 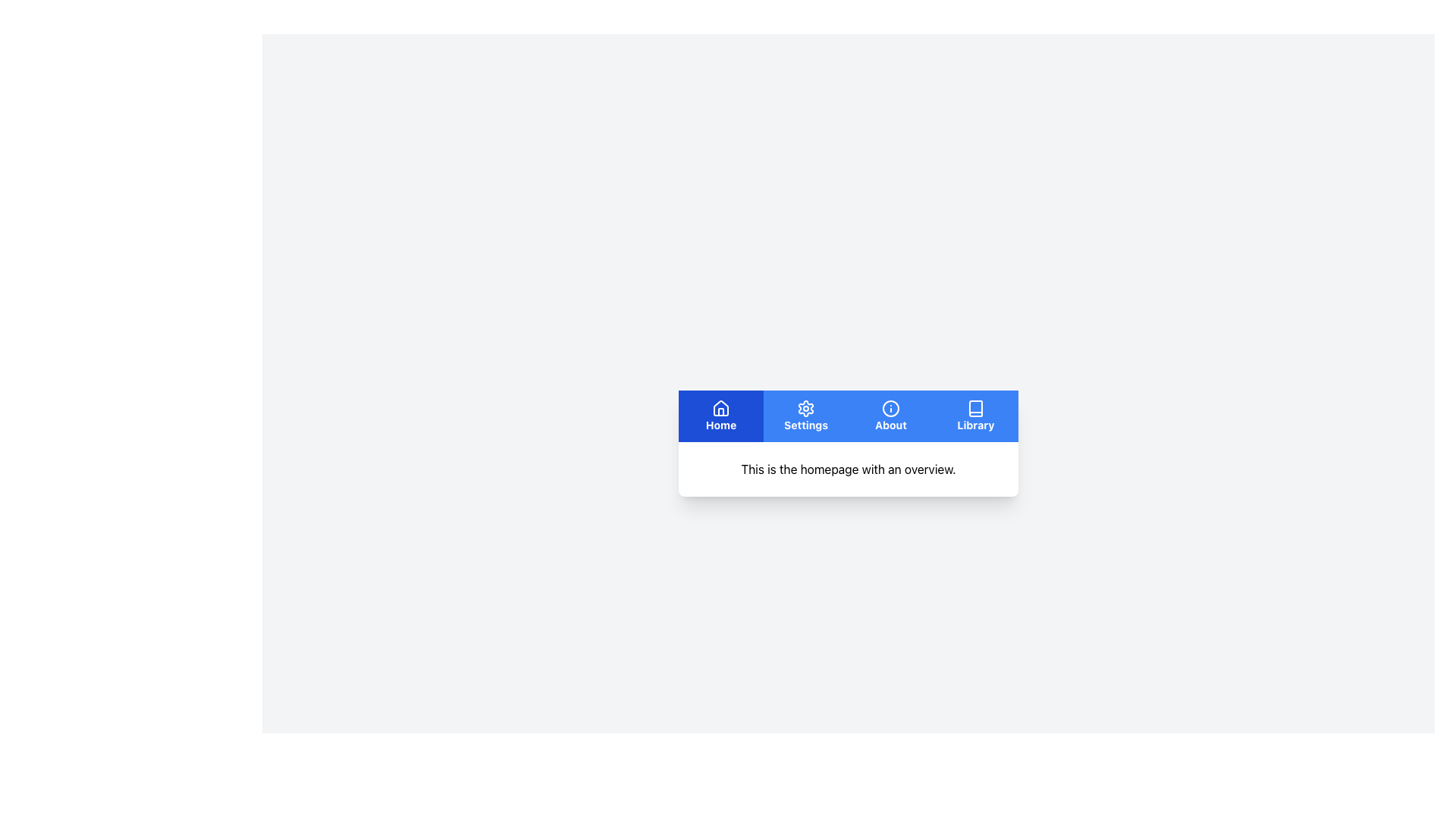 I want to click on the 'Library' icon, which is a book-shaped icon with a blue background located in the bottom-center navigation bar, so click(x=975, y=408).